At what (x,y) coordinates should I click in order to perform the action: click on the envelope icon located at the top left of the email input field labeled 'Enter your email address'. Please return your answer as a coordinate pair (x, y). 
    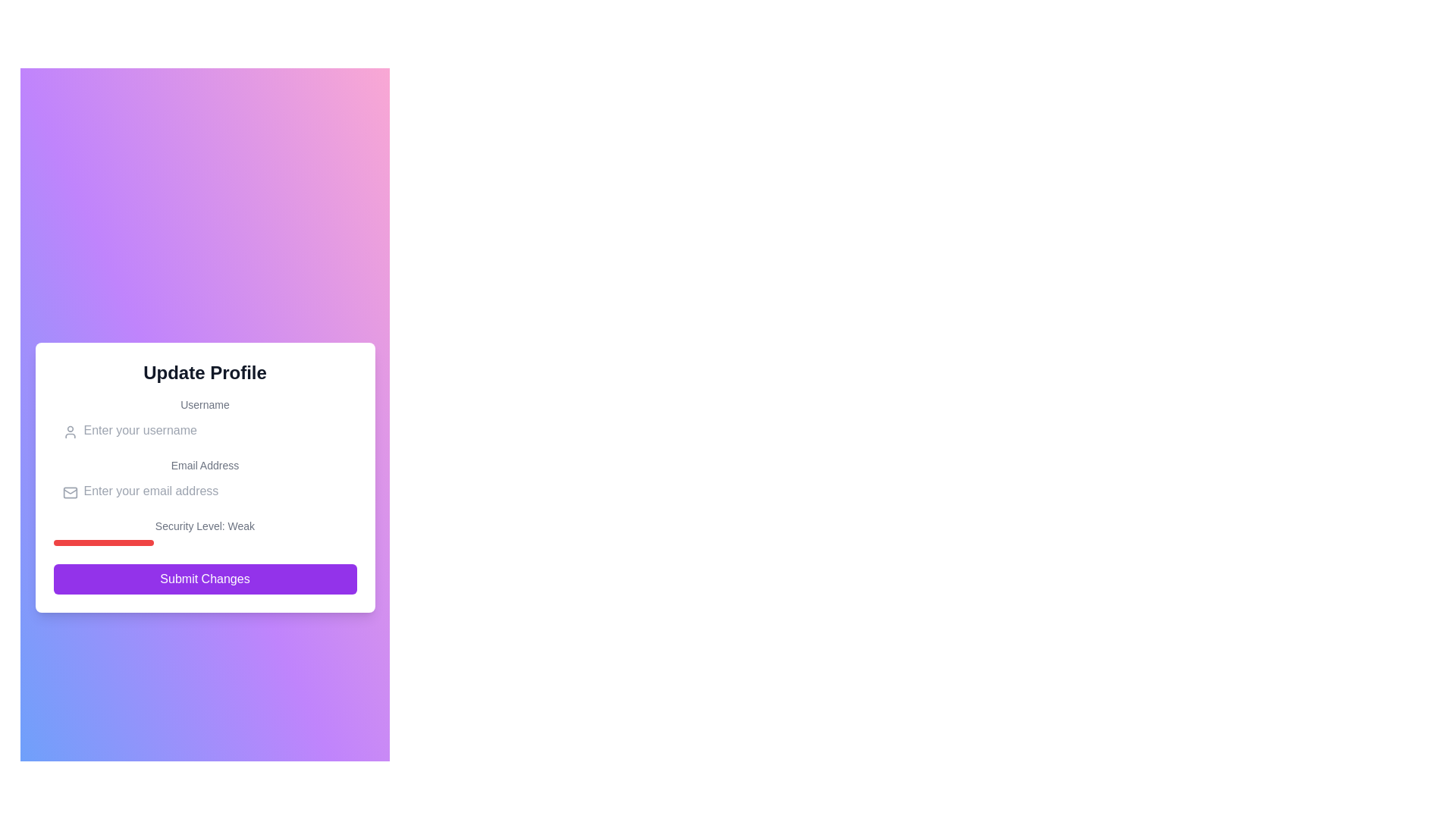
    Looking at the image, I should click on (69, 493).